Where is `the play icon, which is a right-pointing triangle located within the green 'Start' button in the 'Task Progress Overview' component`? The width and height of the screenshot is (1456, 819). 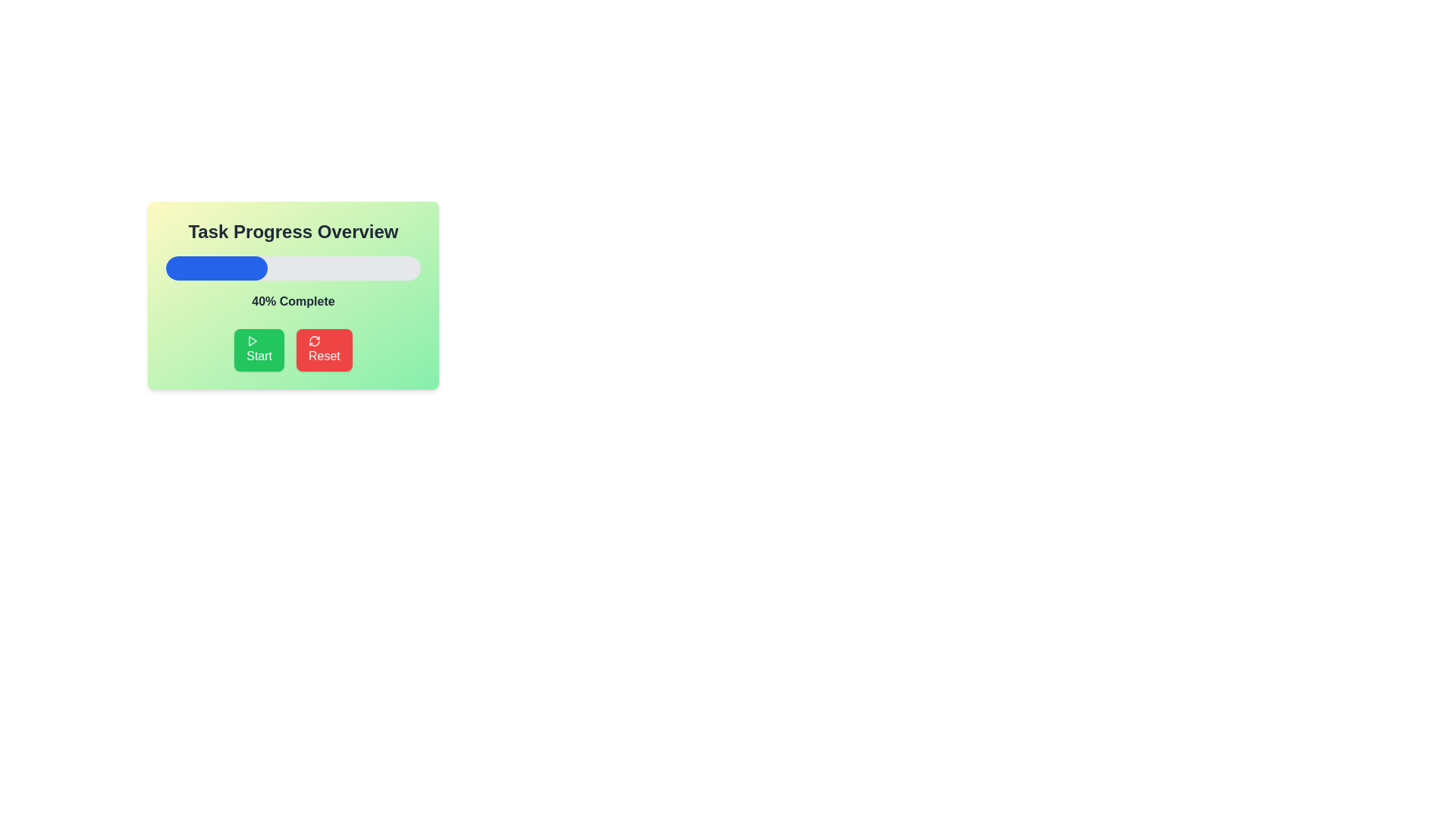 the play icon, which is a right-pointing triangle located within the green 'Start' button in the 'Task Progress Overview' component is located at coordinates (253, 341).